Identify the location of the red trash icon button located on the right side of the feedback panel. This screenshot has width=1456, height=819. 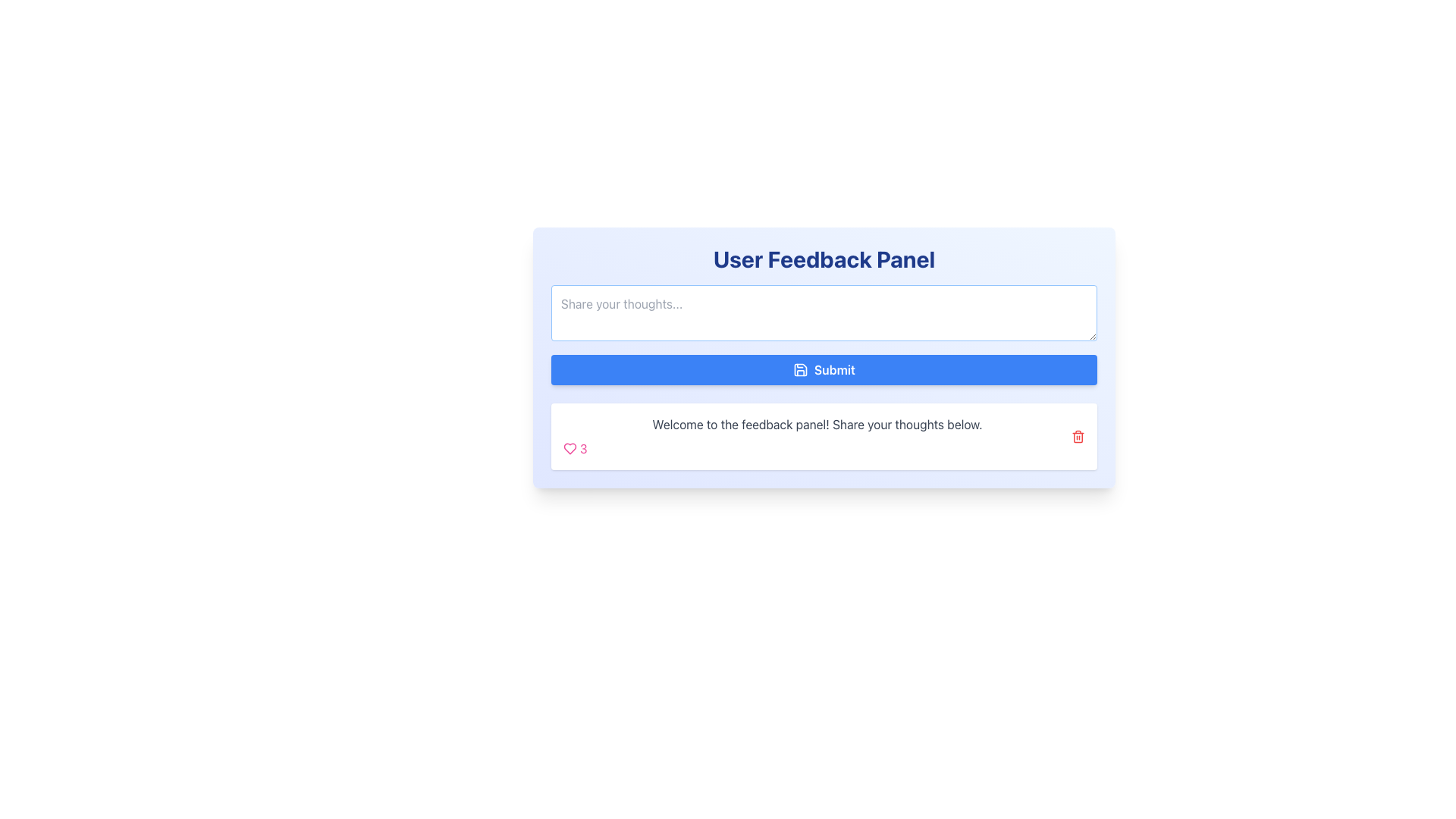
(1077, 436).